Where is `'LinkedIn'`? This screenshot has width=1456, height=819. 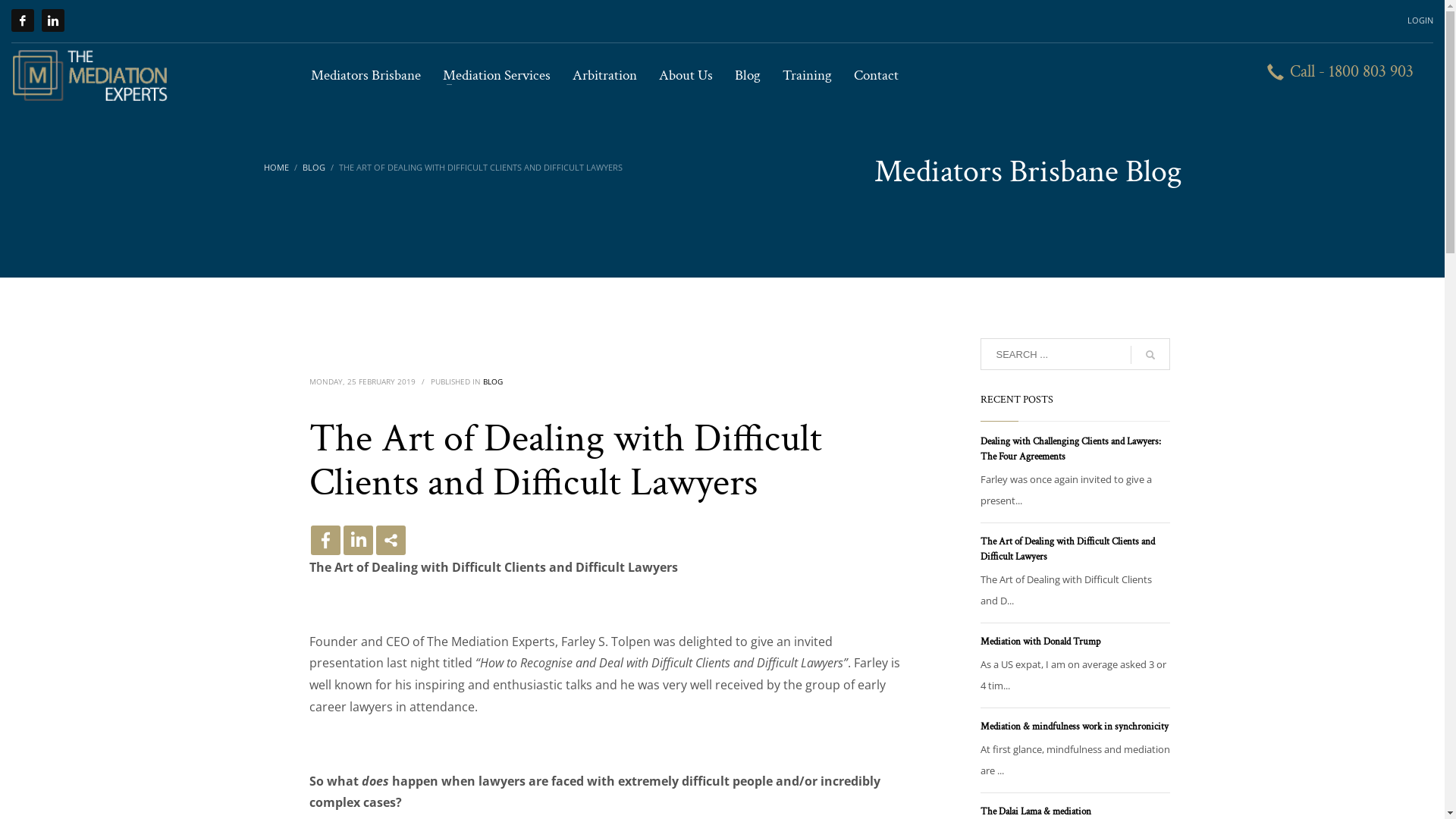
'LinkedIn' is located at coordinates (41, 20).